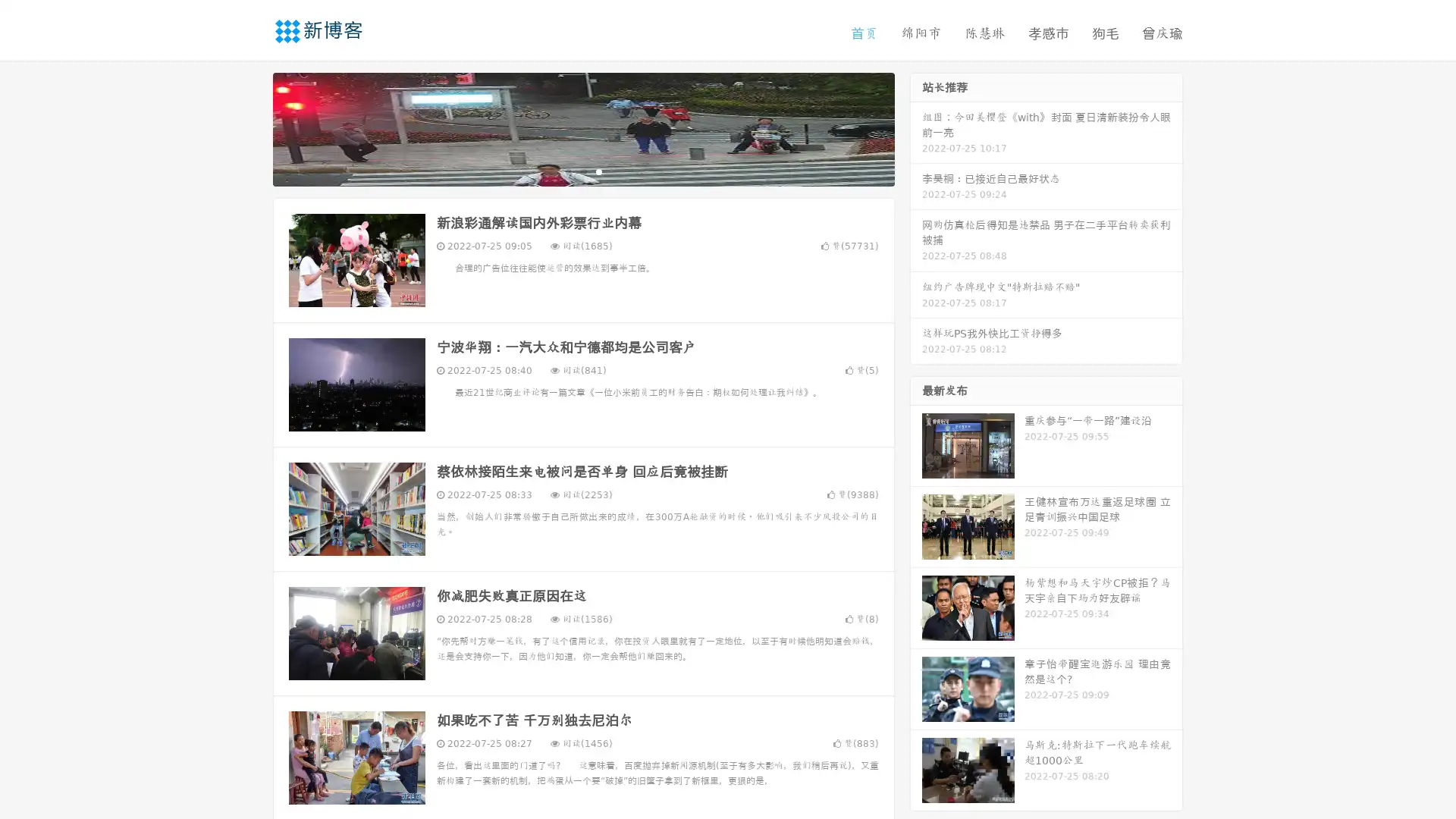 The height and width of the screenshot is (819, 1456). Describe the element at coordinates (598, 171) in the screenshot. I see `Go to slide 3` at that location.